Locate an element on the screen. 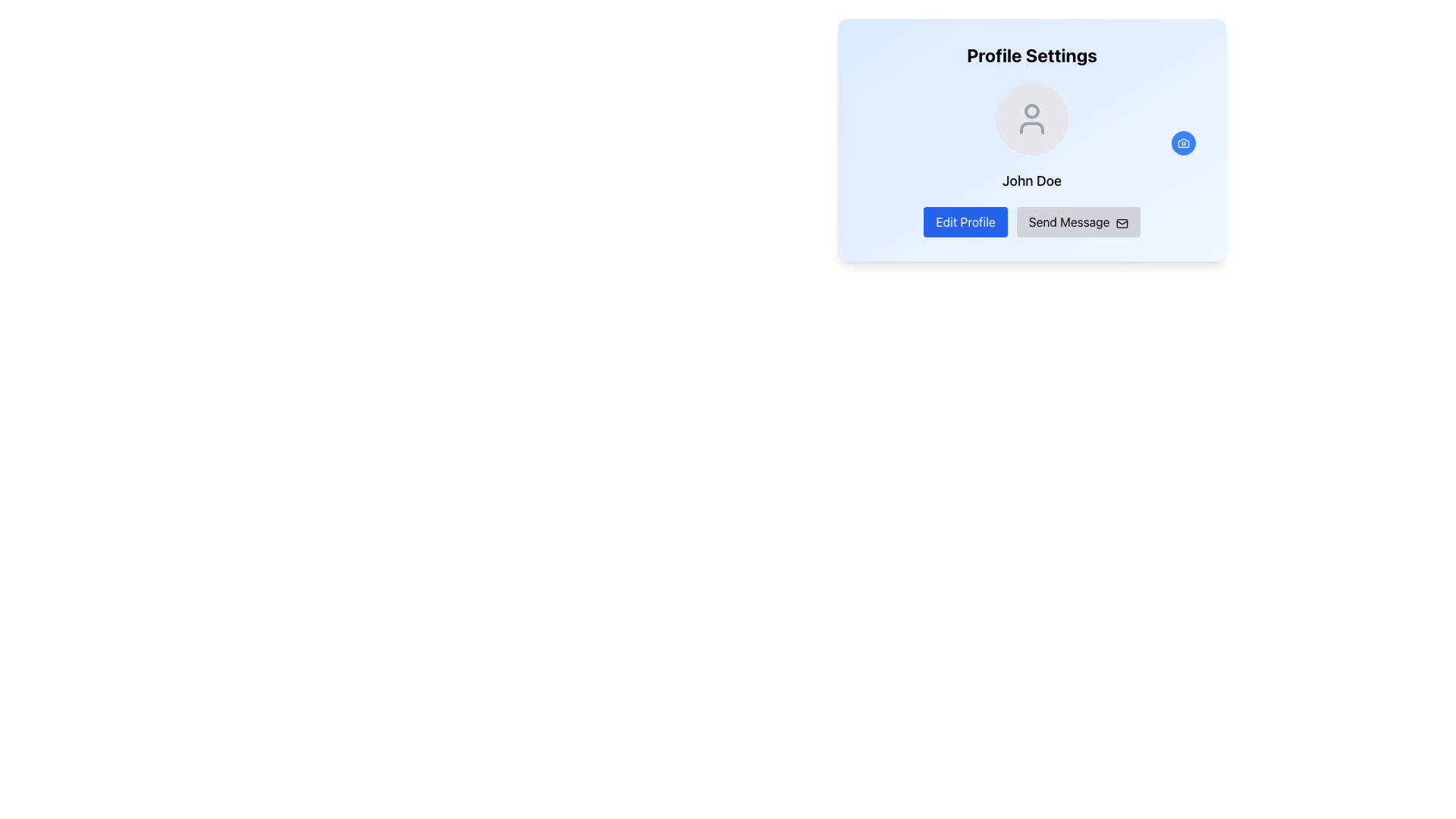 The image size is (1456, 819). attributes of the graphical decoration inside the SVG user icon, which resembles the head of the figure in the avatar graphic located at the center of the user avatar icon is located at coordinates (1031, 110).